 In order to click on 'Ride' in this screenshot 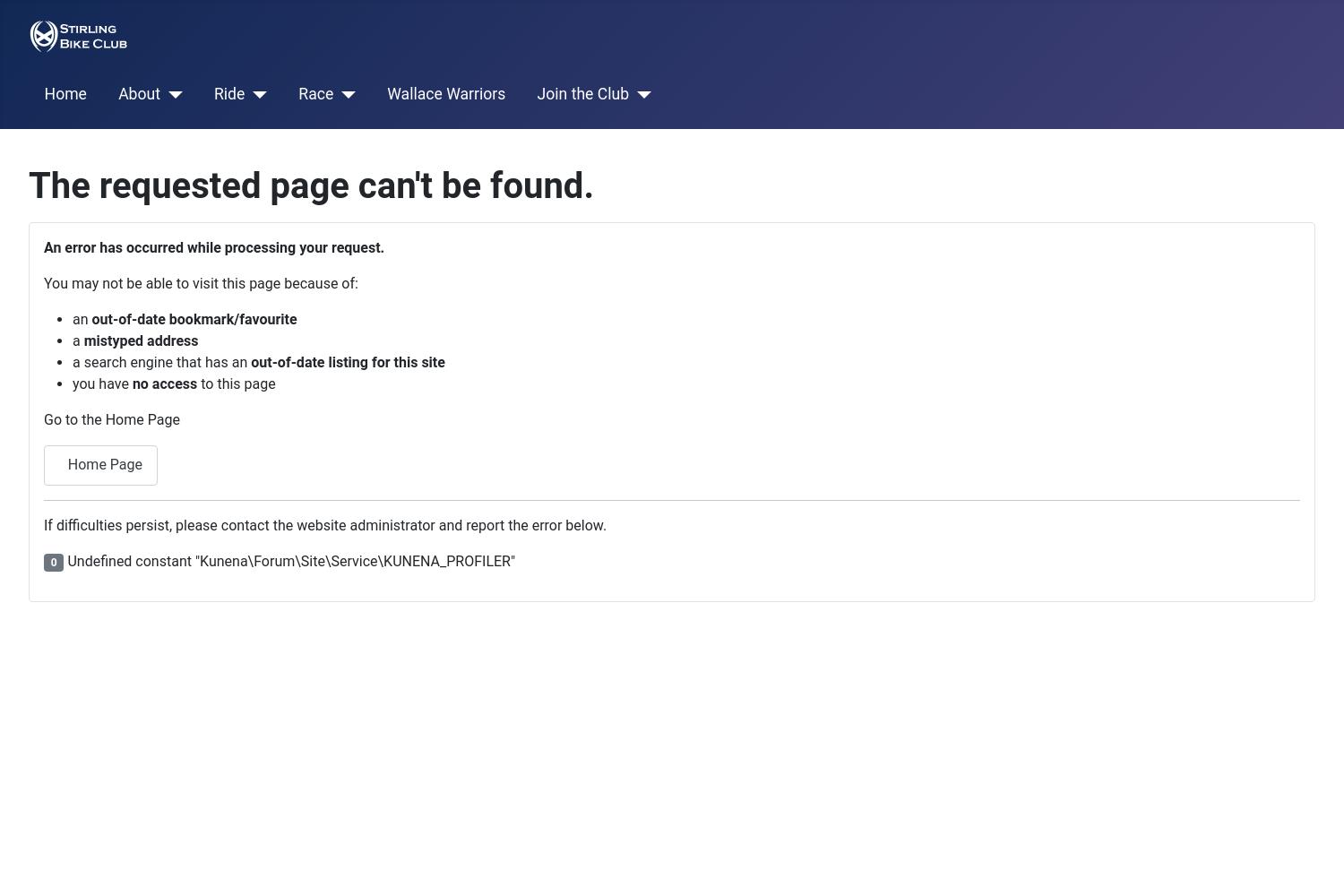, I will do `click(228, 93)`.